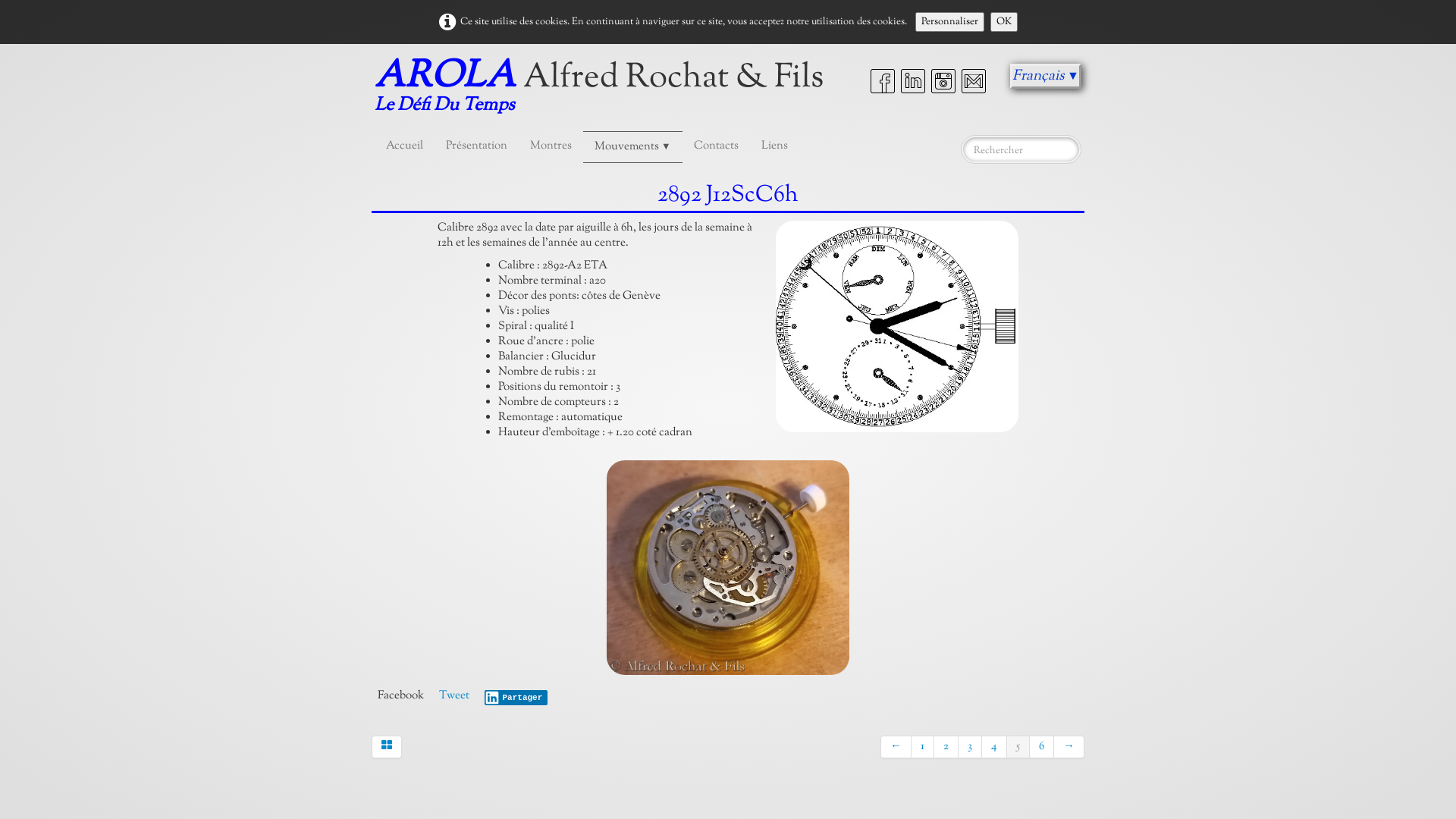 The width and height of the screenshot is (1456, 819). What do you see at coordinates (896, 325) in the screenshot?
I see `'Mouvement automatique AROLA 2892 J12ScC6h'` at bounding box center [896, 325].